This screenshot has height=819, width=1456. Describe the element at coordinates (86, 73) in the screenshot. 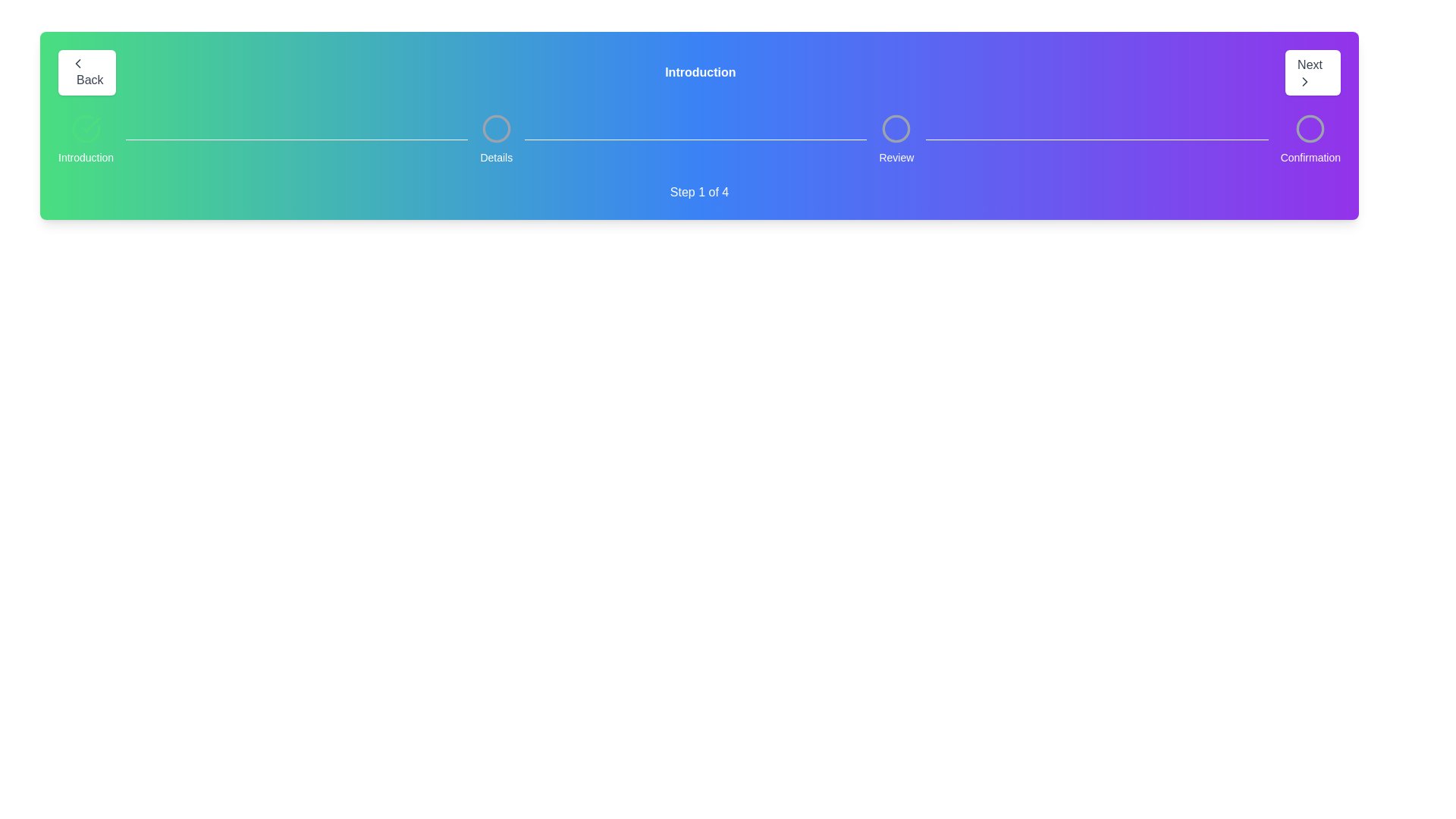

I see `the 'Back' button with a leftward chevron icon` at that location.